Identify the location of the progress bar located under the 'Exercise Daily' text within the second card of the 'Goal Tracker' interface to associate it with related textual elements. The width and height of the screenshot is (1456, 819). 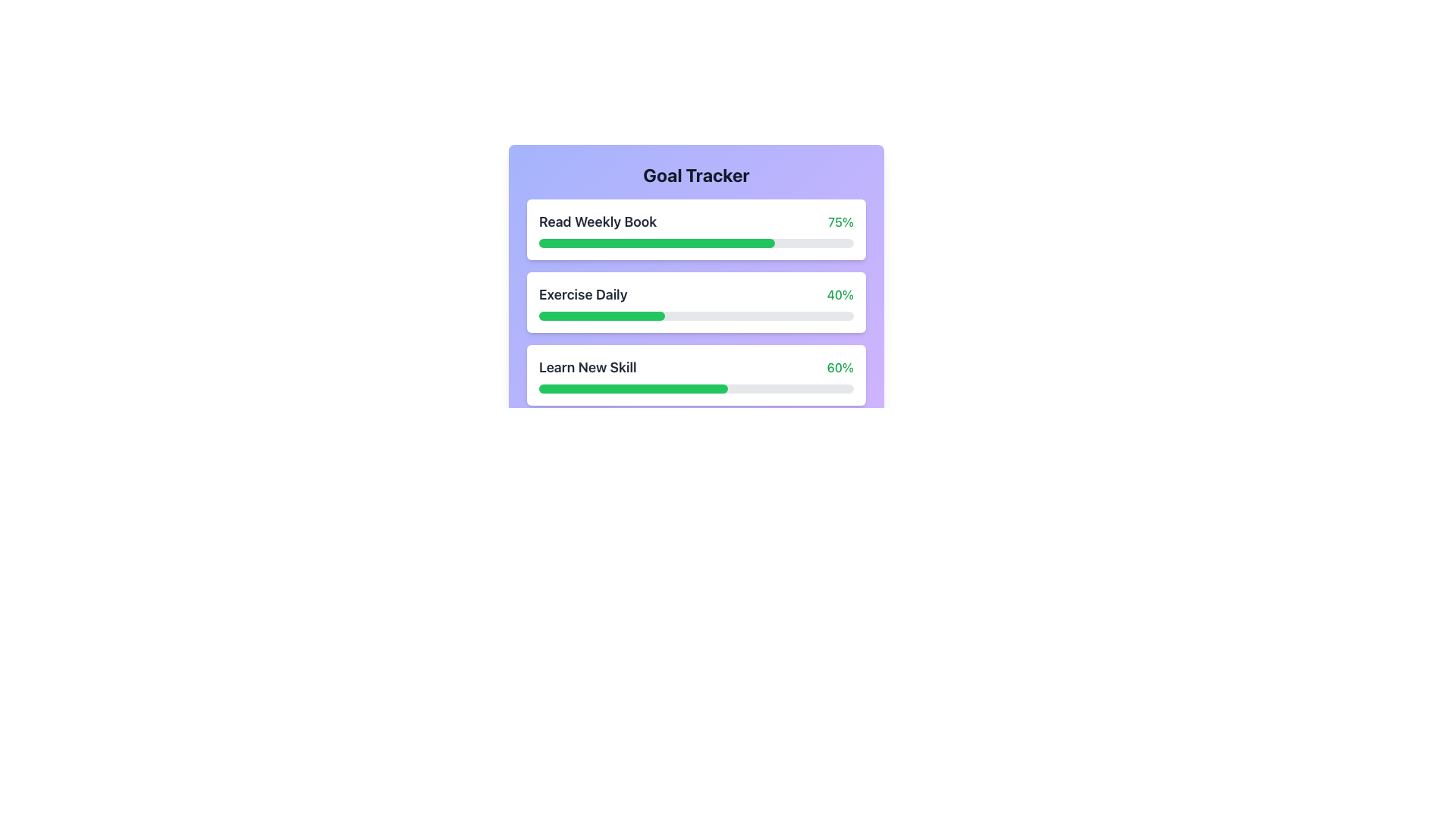
(695, 315).